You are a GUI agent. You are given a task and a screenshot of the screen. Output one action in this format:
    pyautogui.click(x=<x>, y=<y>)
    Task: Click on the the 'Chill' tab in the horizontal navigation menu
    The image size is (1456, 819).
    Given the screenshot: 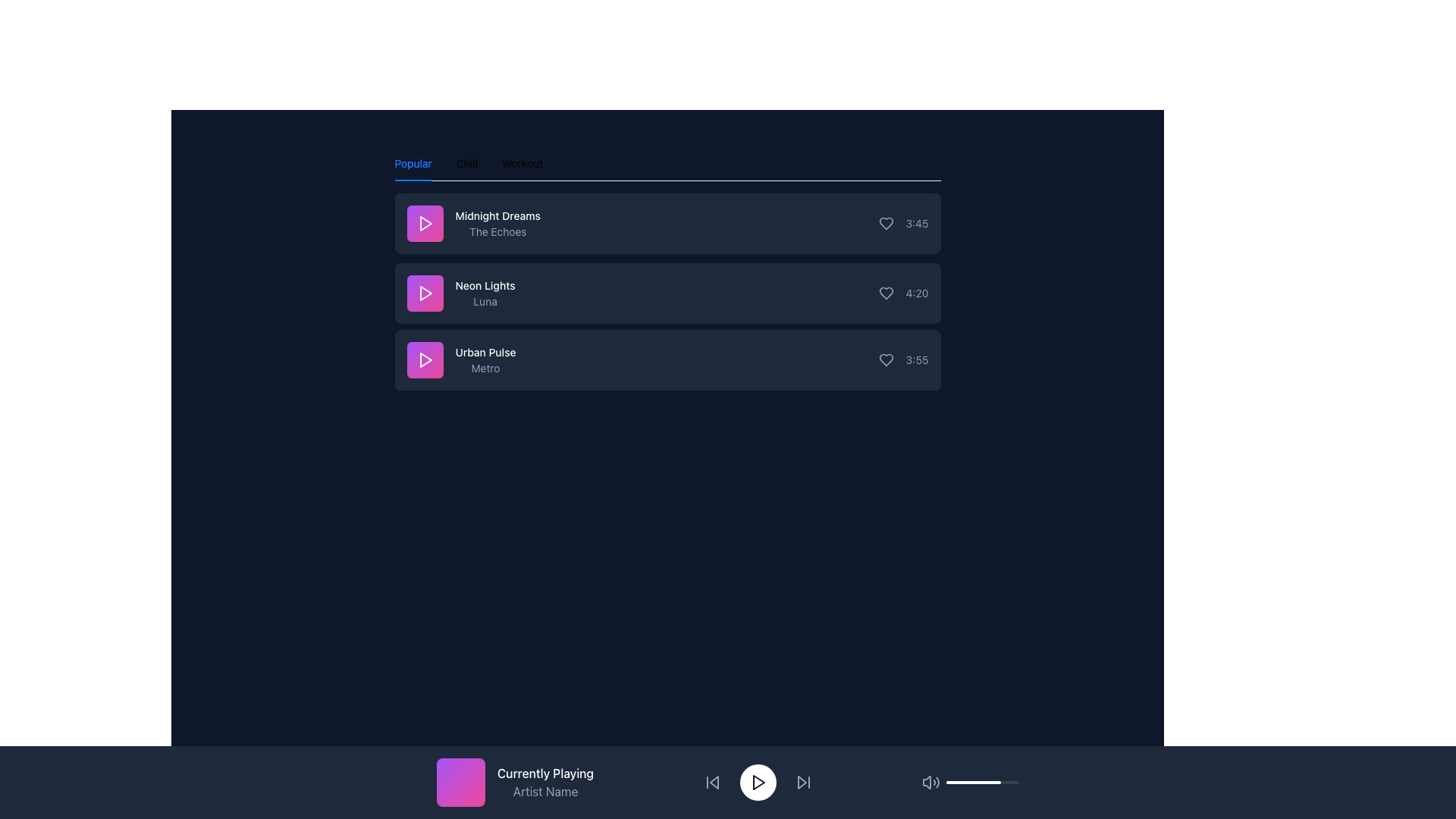 What is the action you would take?
    pyautogui.click(x=466, y=164)
    